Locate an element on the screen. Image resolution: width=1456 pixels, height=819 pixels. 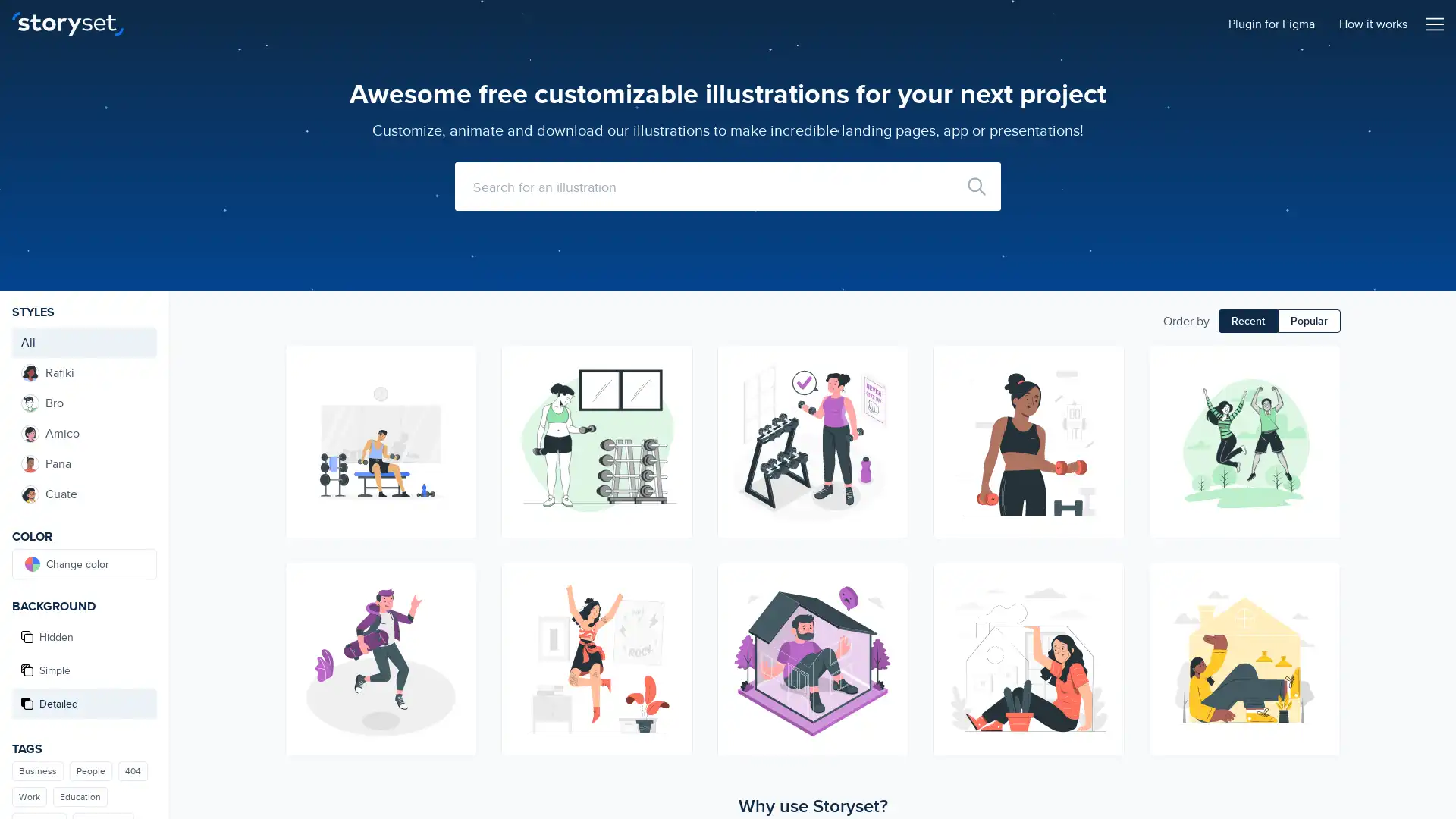
wand icon Animate is located at coordinates (673, 580).